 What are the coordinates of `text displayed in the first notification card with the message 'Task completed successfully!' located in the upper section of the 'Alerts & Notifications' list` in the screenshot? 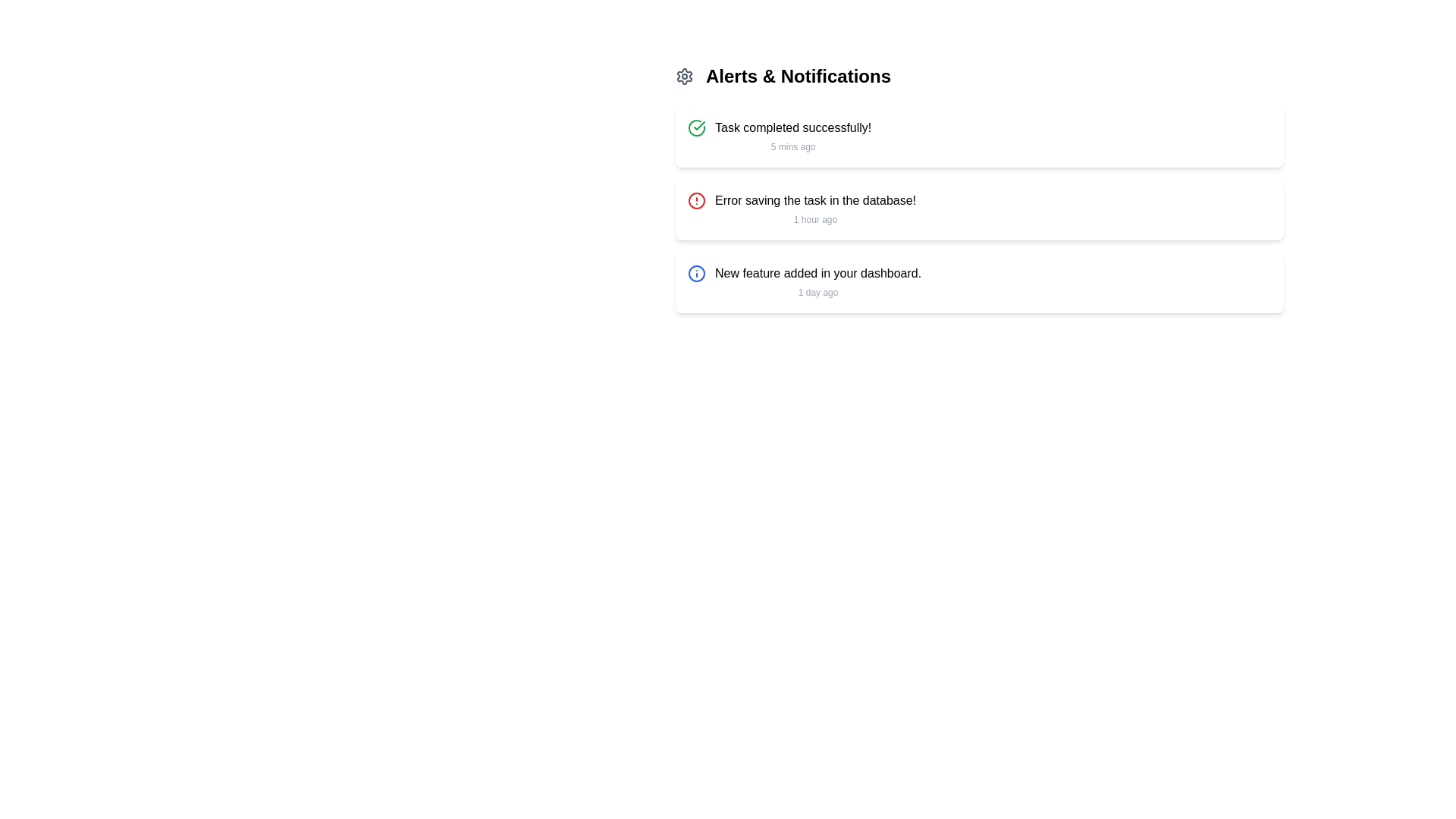 It's located at (792, 127).